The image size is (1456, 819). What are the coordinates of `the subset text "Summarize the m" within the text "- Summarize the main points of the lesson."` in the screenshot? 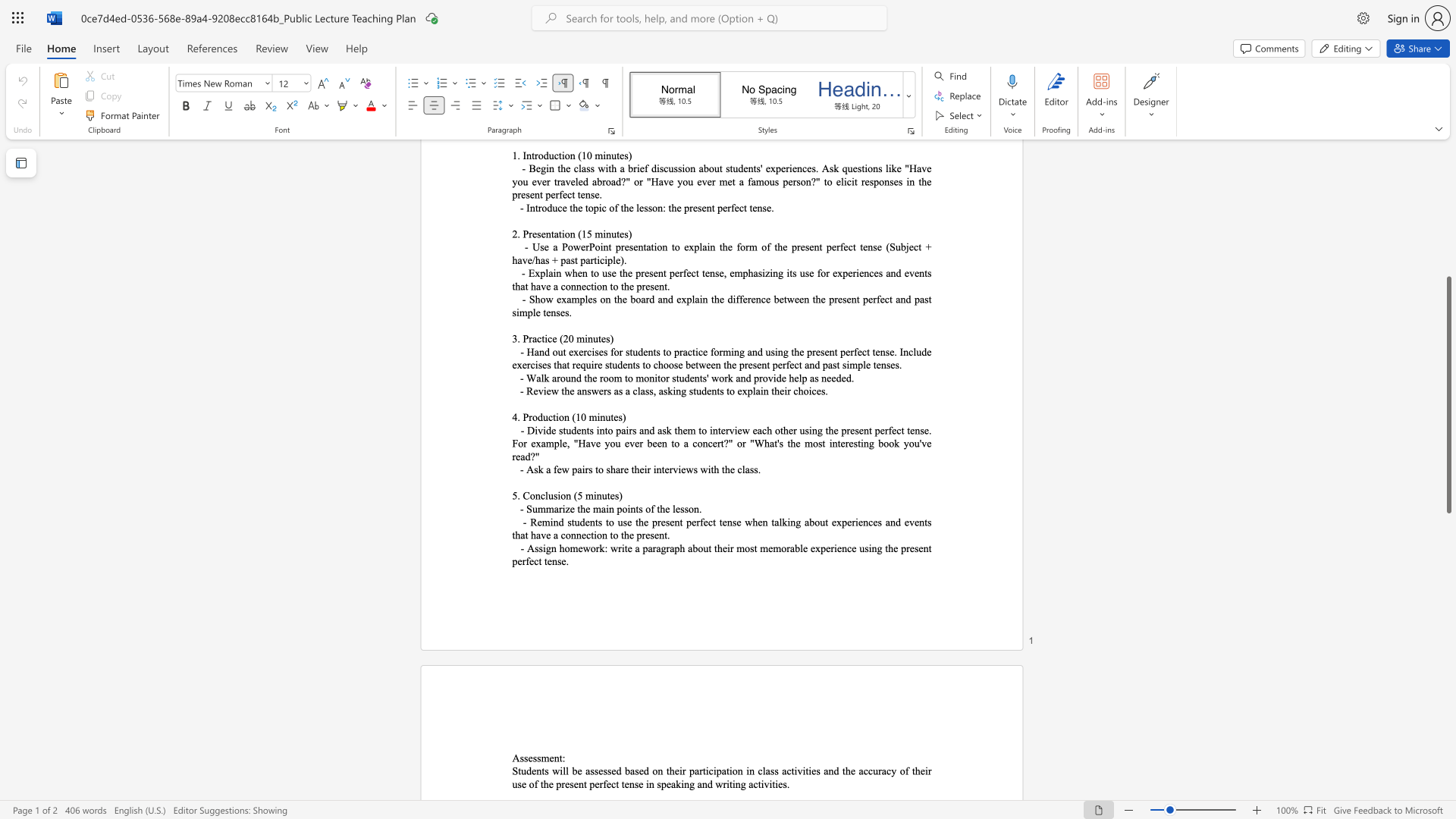 It's located at (526, 509).